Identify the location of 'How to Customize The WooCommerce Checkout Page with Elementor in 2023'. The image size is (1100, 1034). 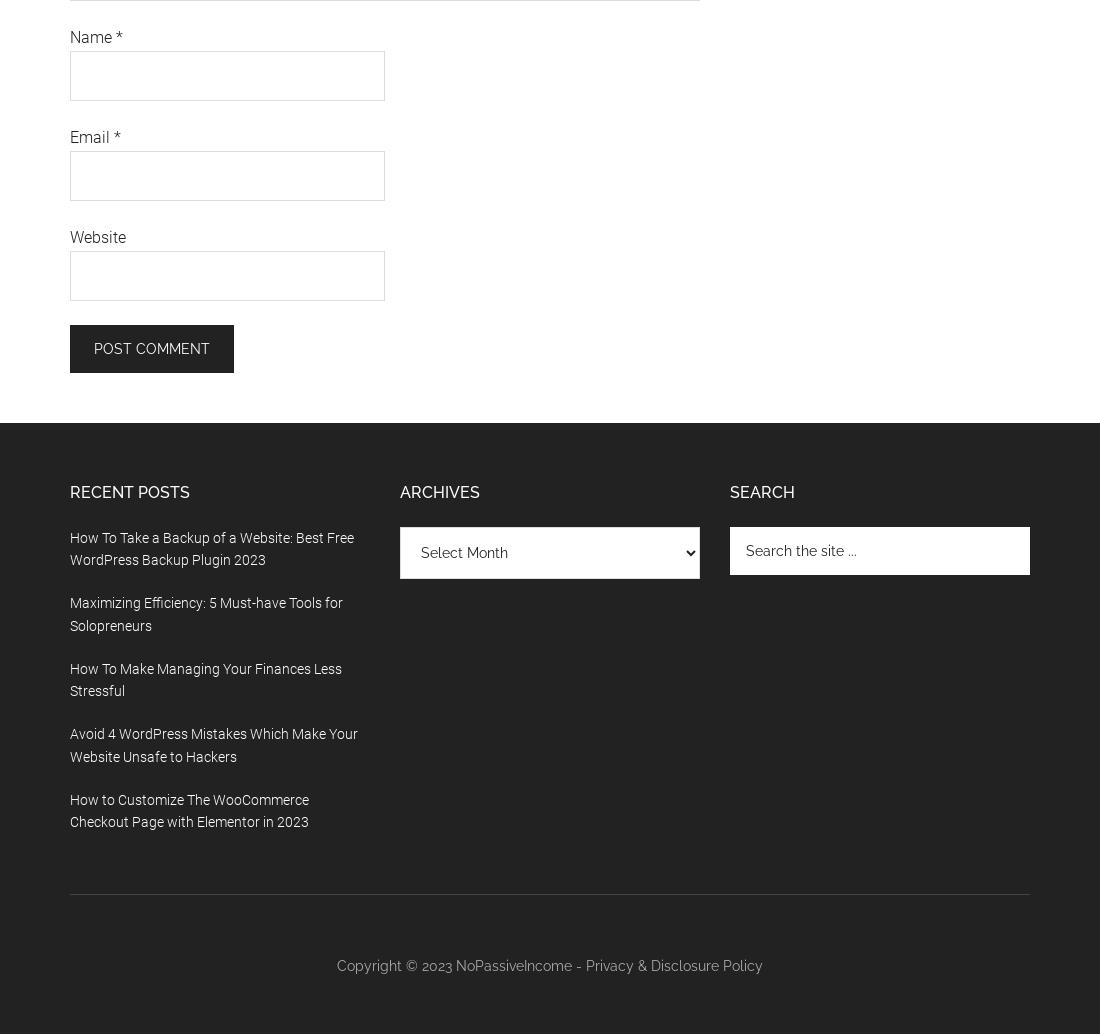
(188, 809).